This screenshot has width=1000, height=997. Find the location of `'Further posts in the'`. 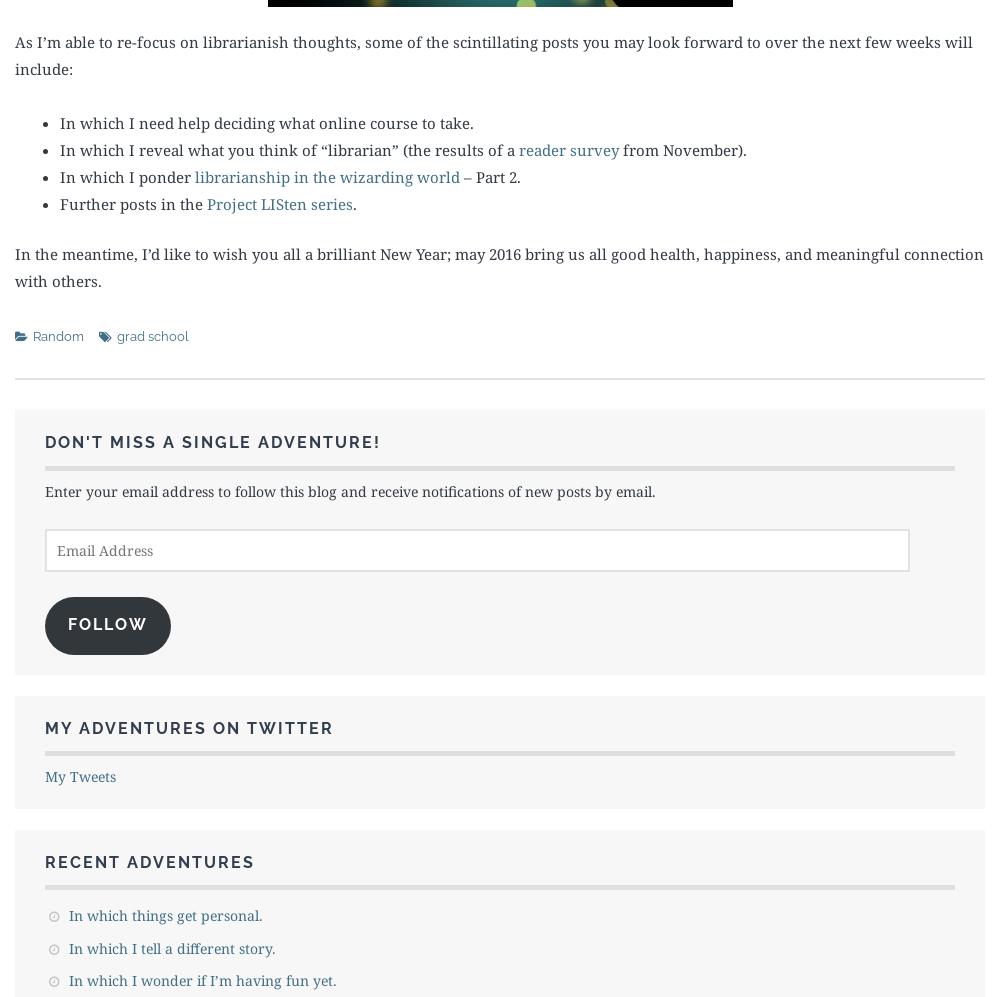

'Further posts in the' is located at coordinates (133, 203).